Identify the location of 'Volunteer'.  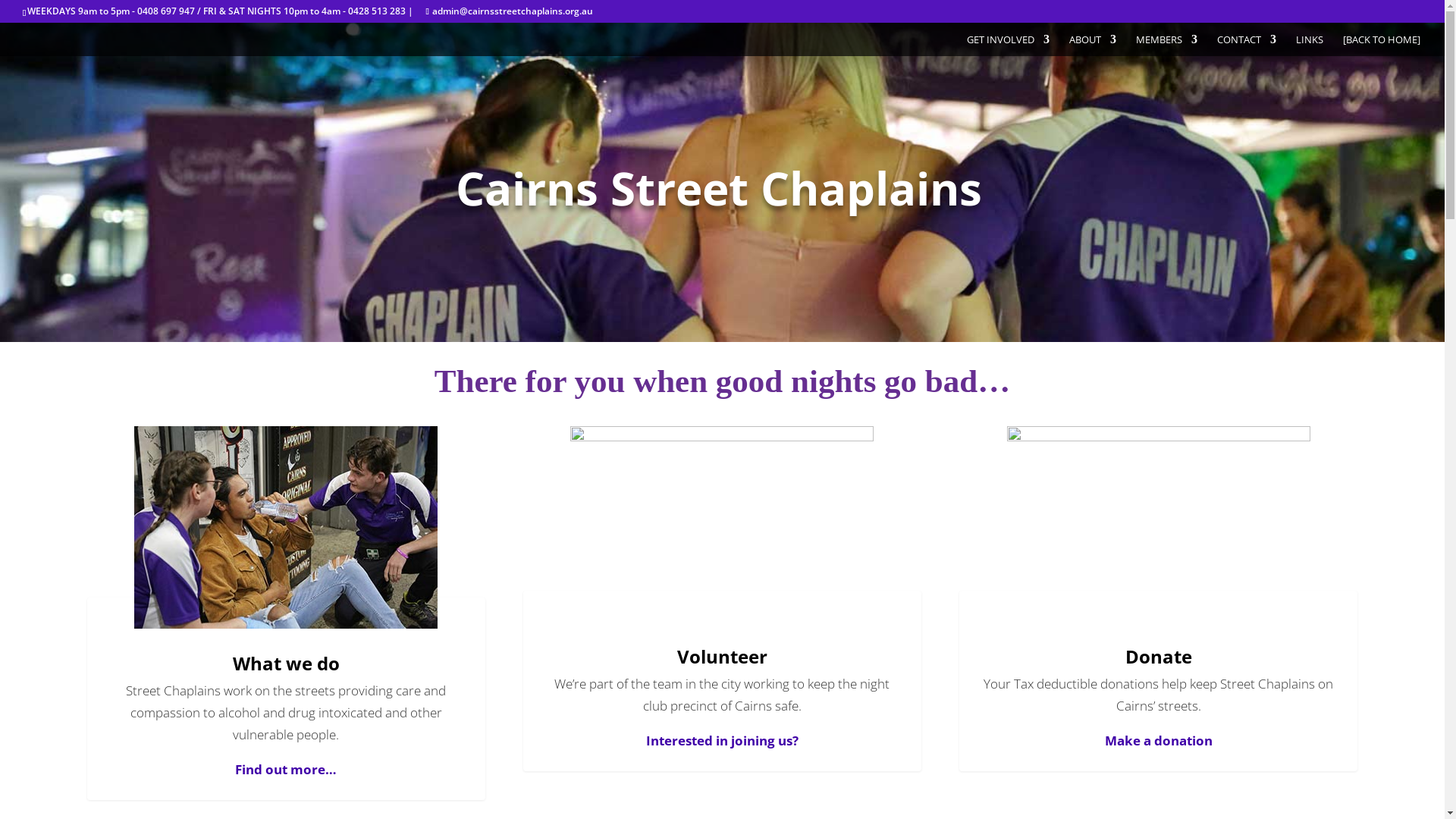
(676, 655).